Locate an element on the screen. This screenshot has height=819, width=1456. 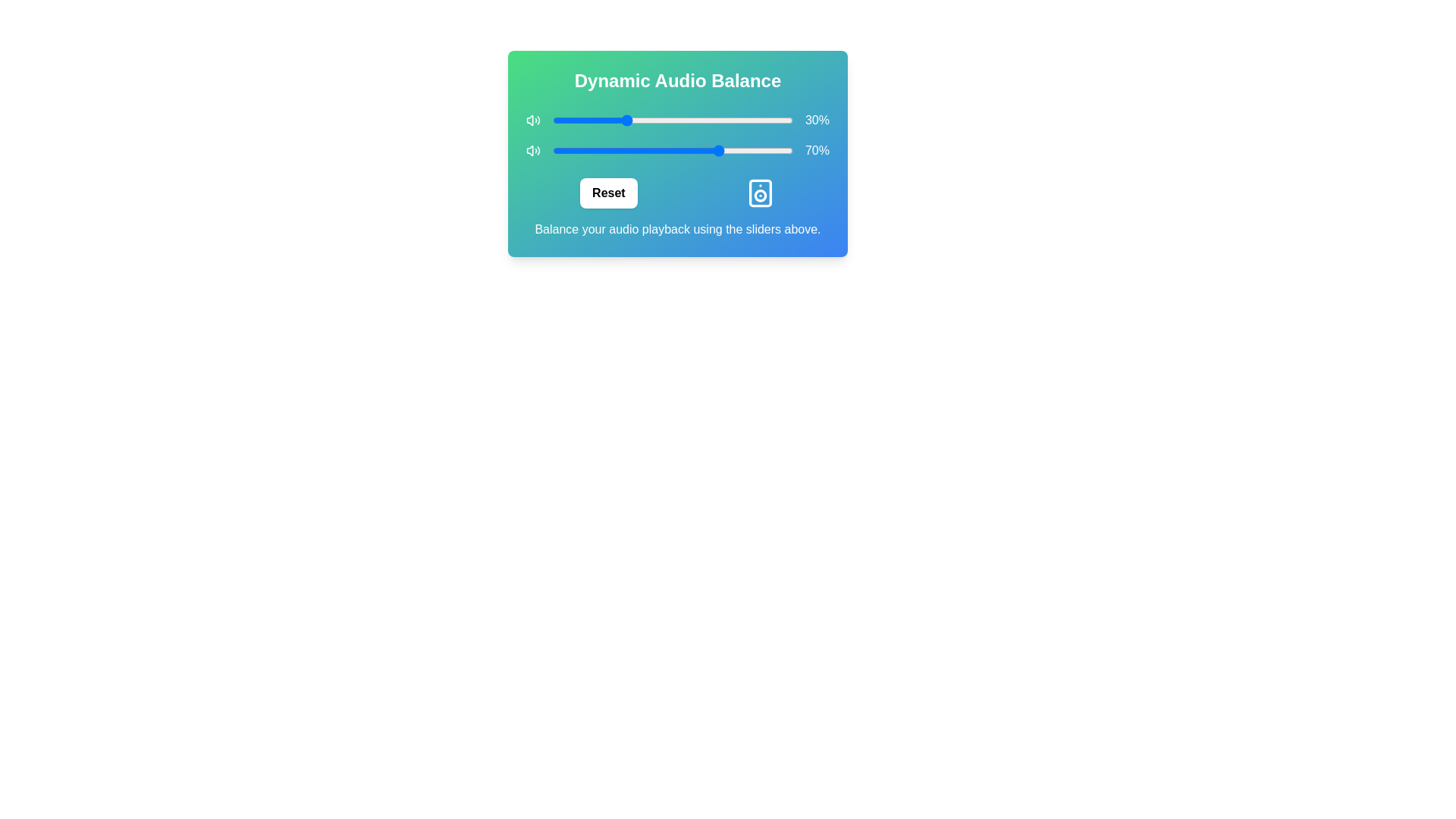
the slider is located at coordinates (785, 119).